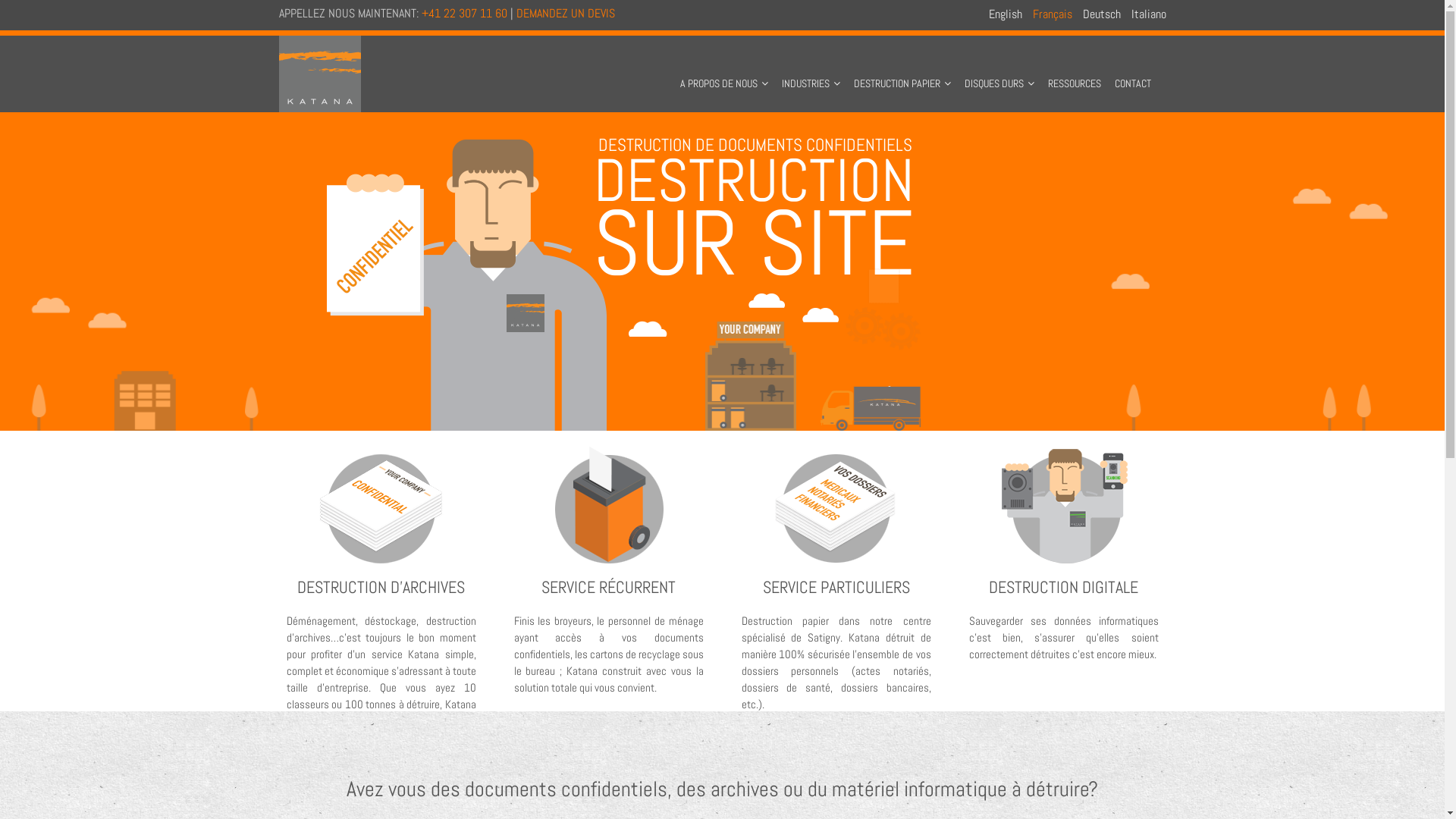  What do you see at coordinates (1005, 14) in the screenshot?
I see `'English'` at bounding box center [1005, 14].